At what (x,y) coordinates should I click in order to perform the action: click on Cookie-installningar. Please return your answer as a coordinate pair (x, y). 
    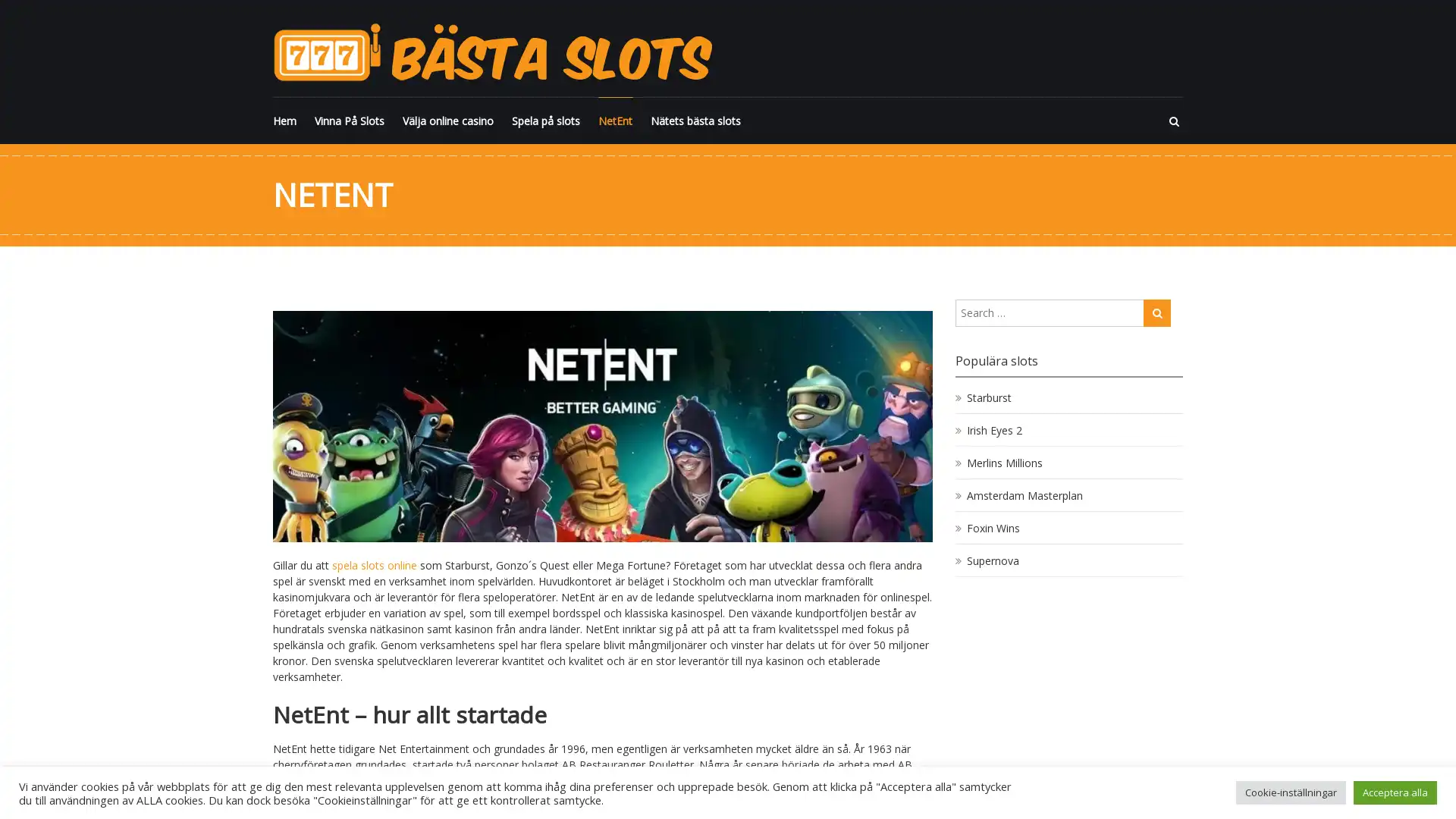
    Looking at the image, I should click on (1290, 792).